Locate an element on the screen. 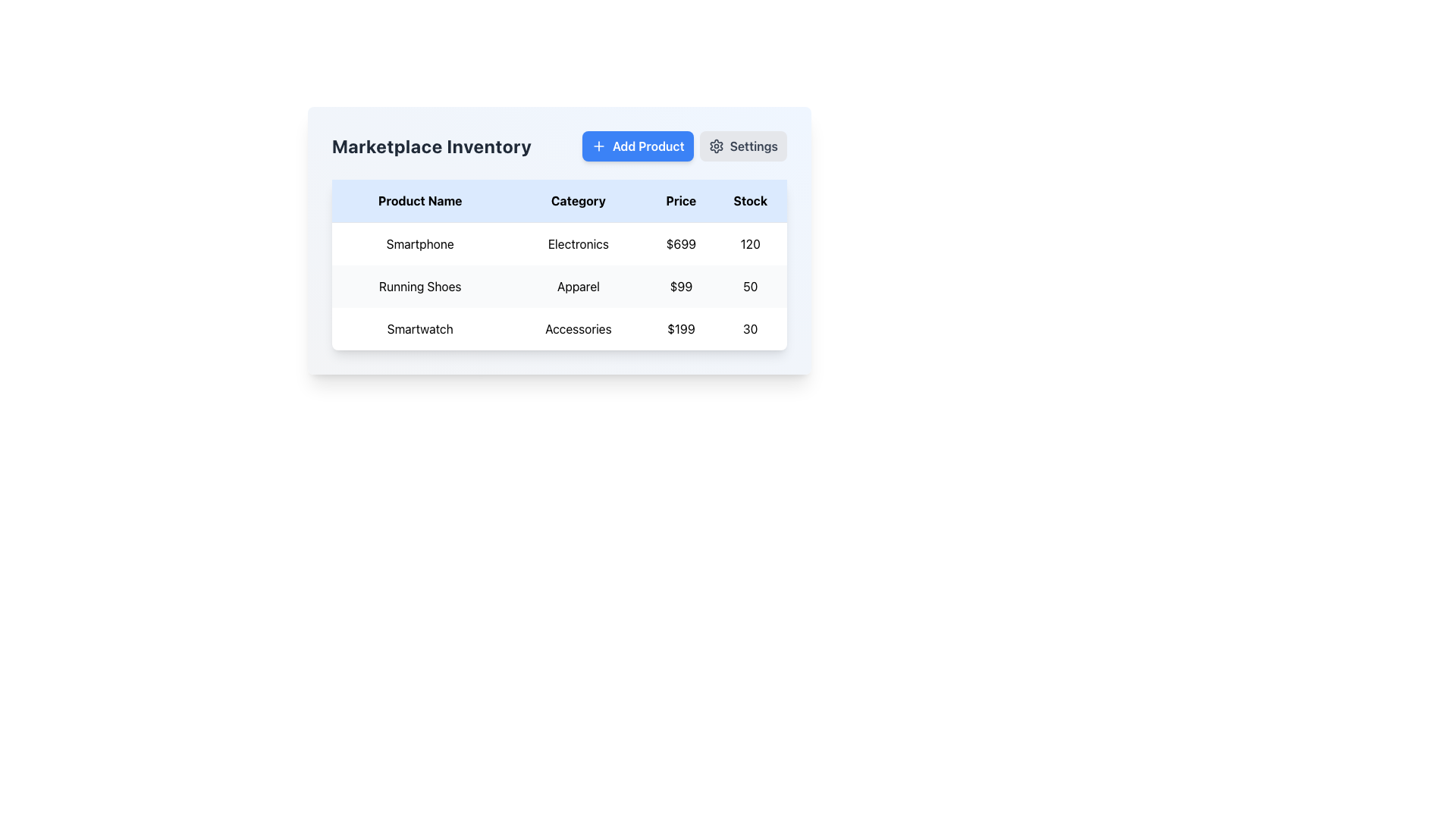 The image size is (1456, 819). the 'Accessories' text label is located at coordinates (577, 328).